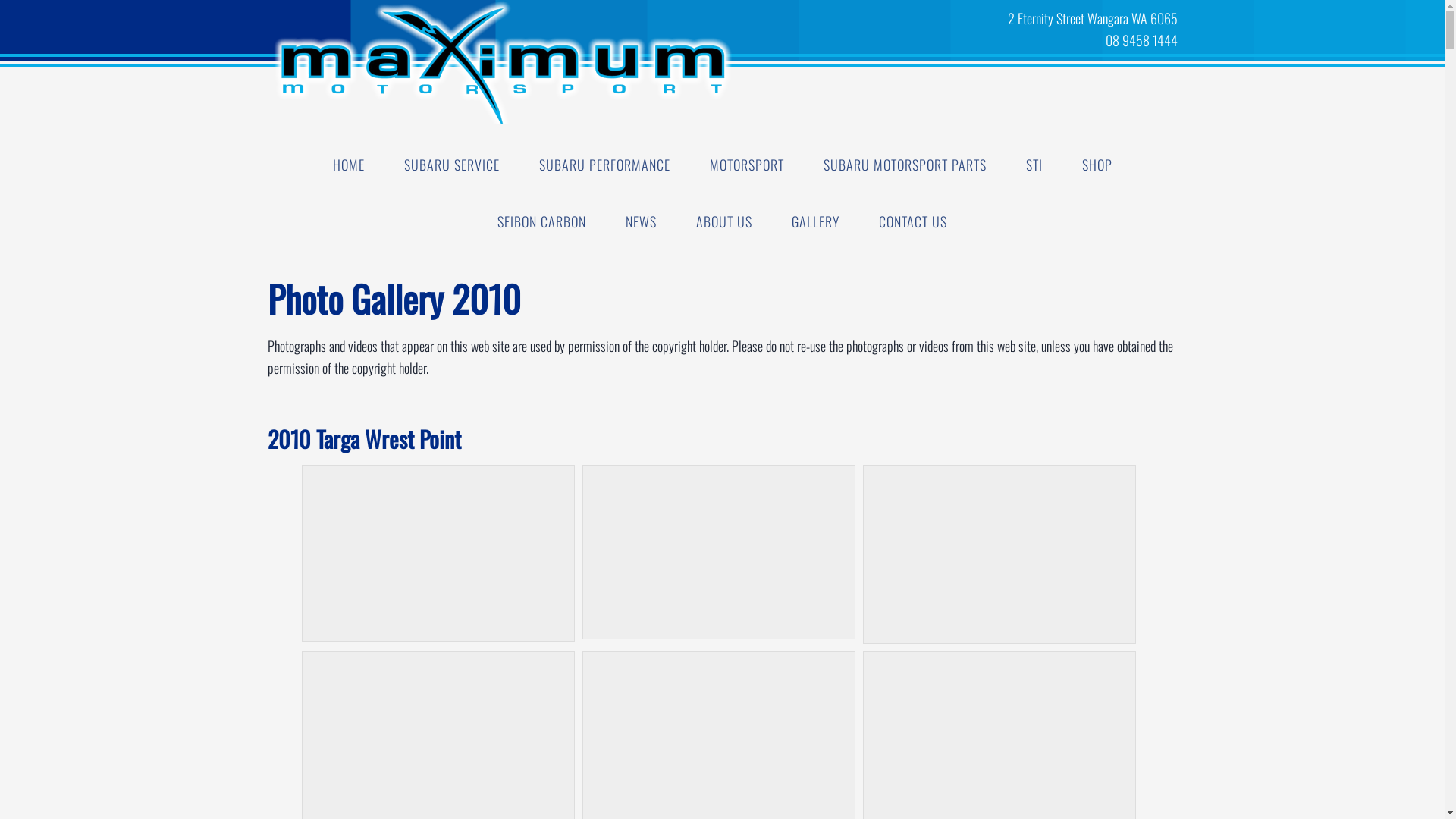  What do you see at coordinates (347, 165) in the screenshot?
I see `'HOME'` at bounding box center [347, 165].